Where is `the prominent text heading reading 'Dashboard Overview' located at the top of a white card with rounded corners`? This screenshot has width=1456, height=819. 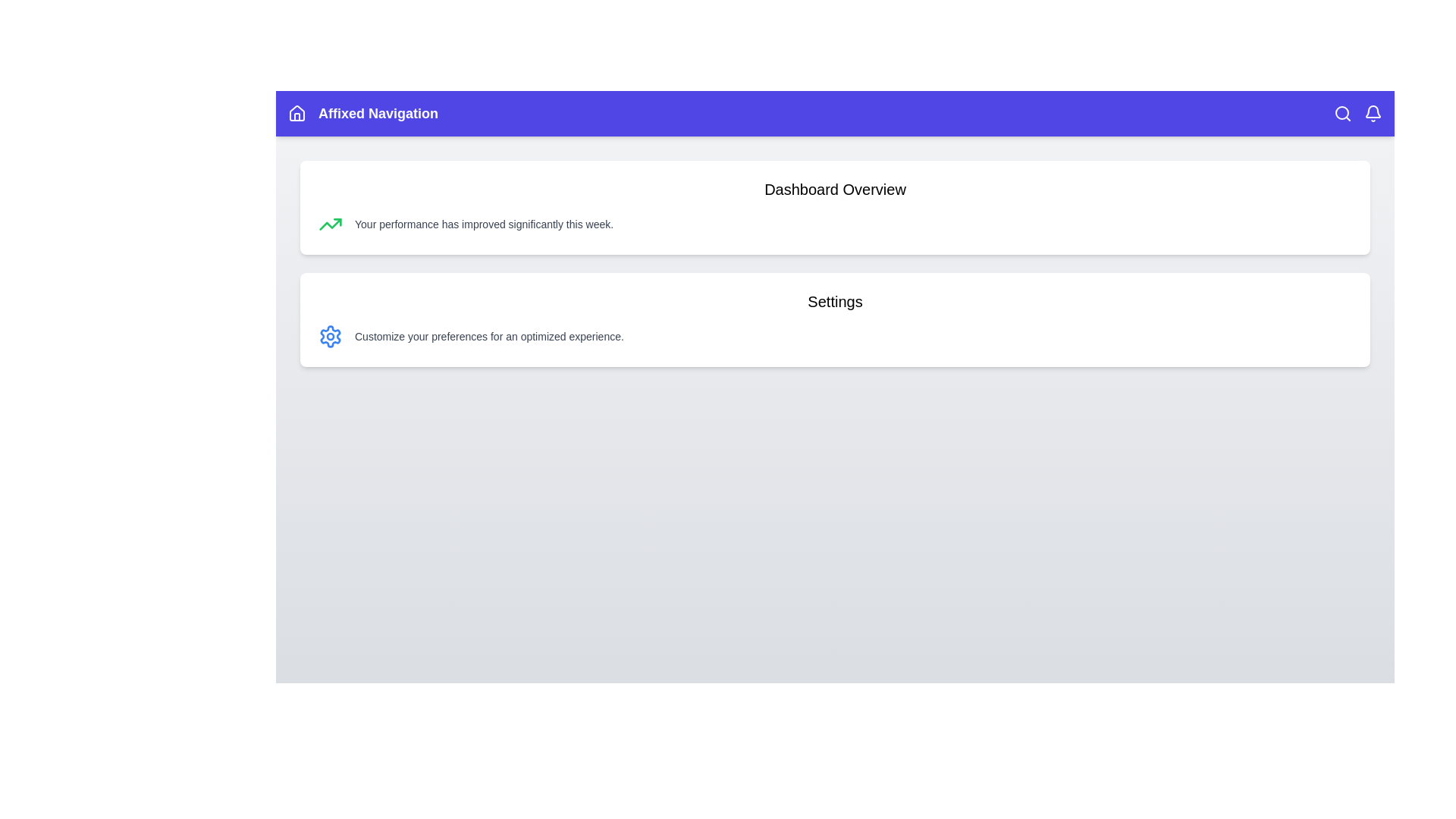 the prominent text heading reading 'Dashboard Overview' located at the top of a white card with rounded corners is located at coordinates (834, 189).